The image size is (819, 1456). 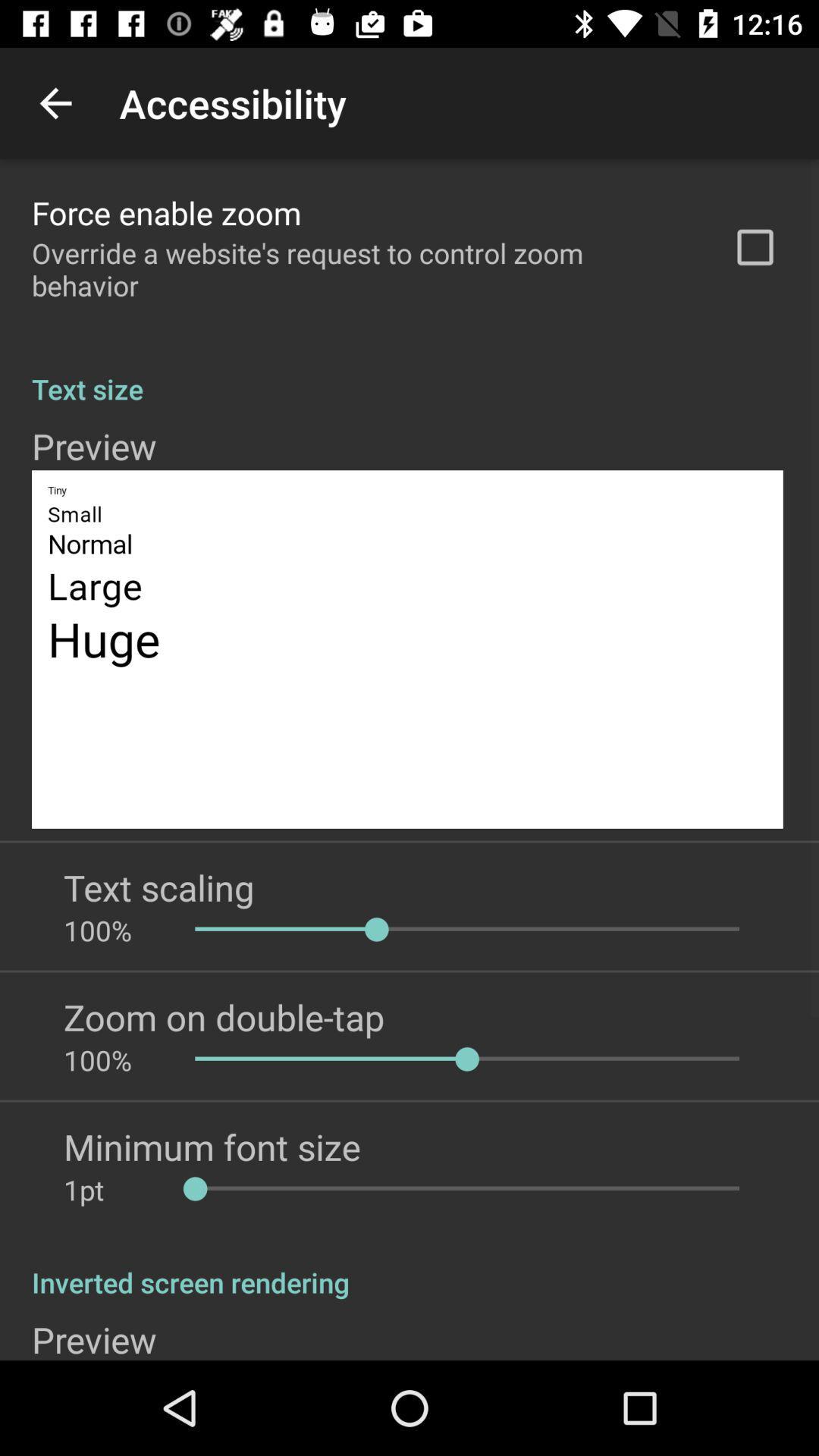 I want to click on app above text size app, so click(x=362, y=269).